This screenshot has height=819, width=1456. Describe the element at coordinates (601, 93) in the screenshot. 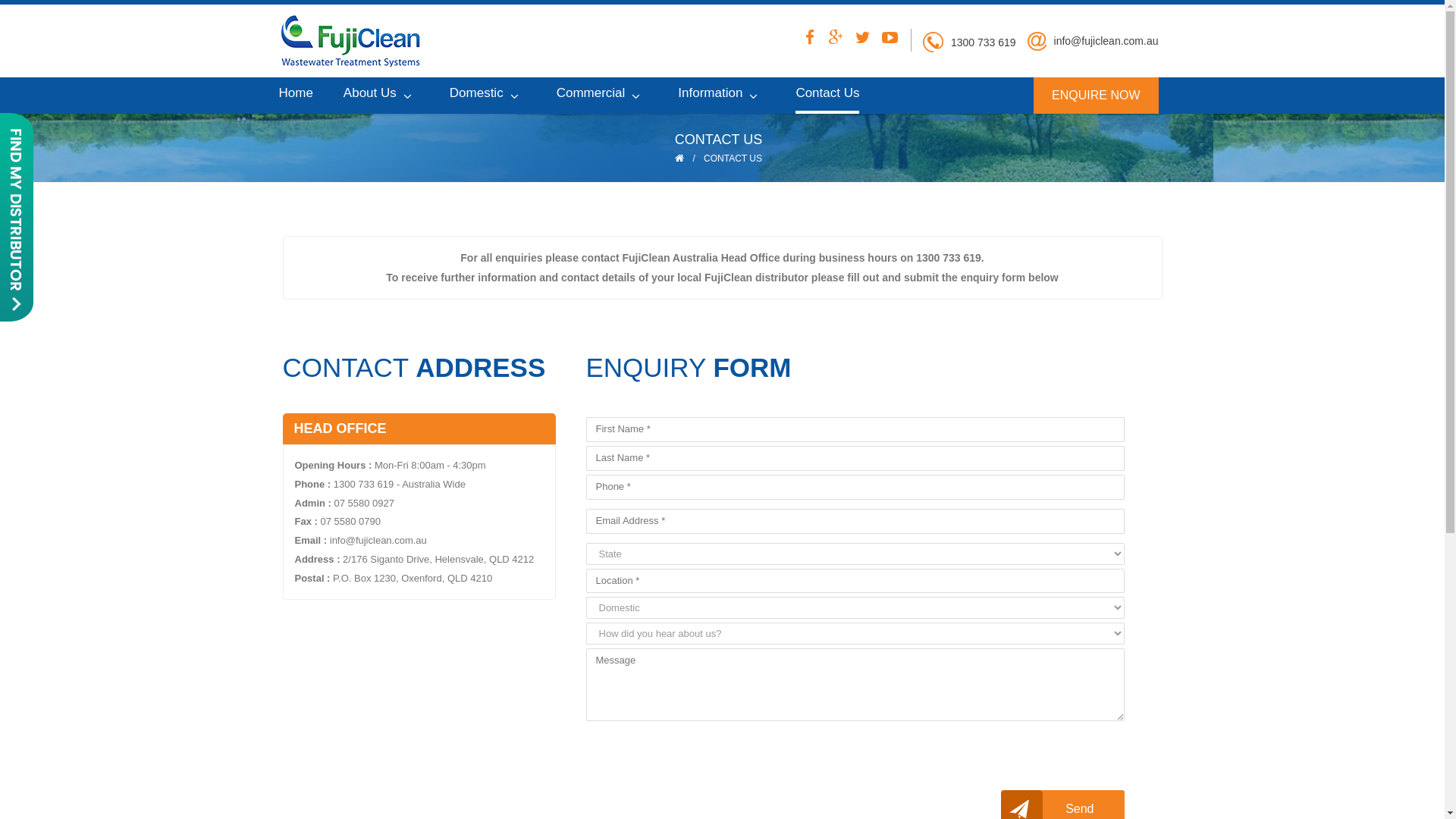

I see `'Commercial'` at that location.